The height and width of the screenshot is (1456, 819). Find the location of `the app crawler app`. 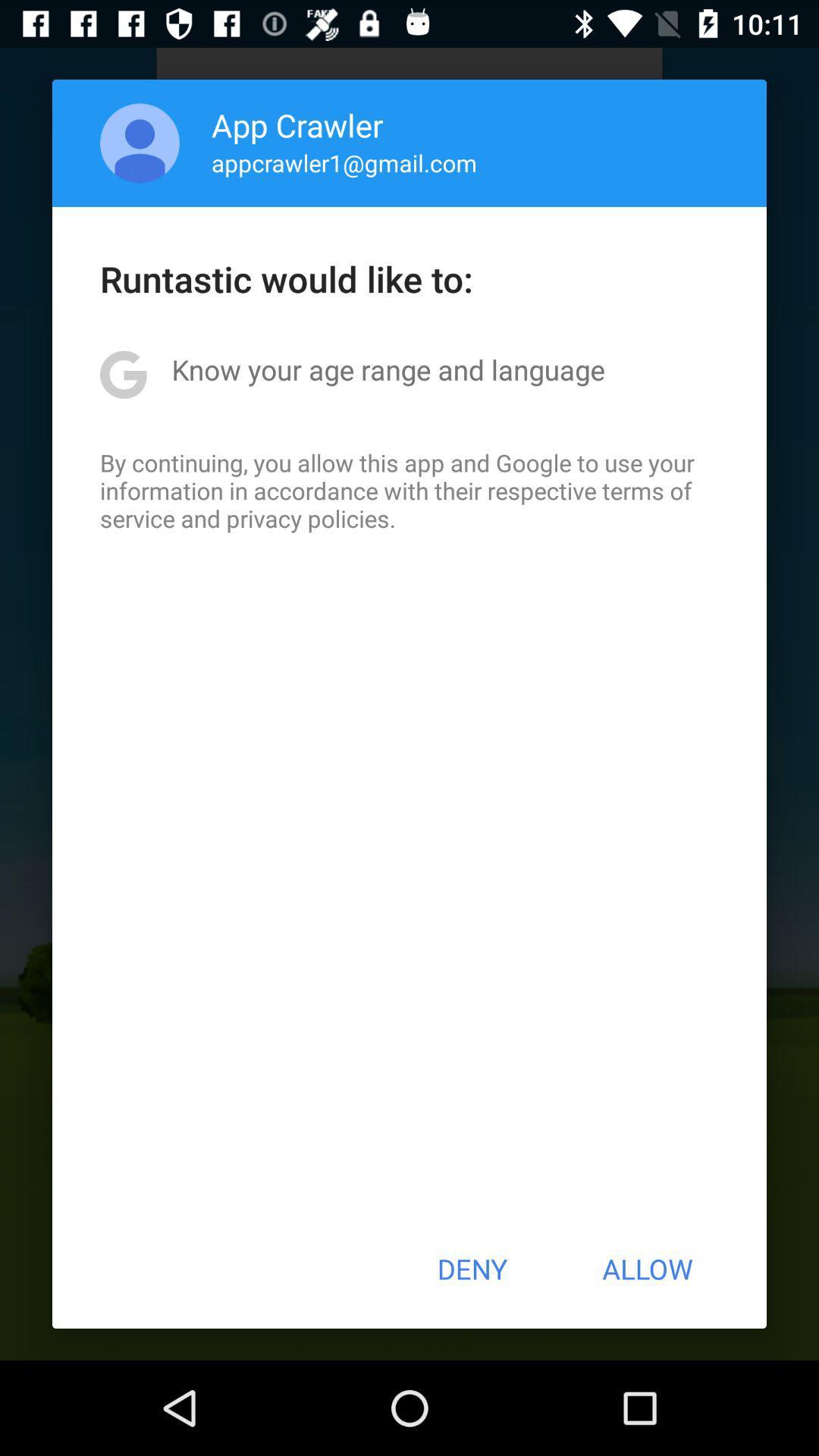

the app crawler app is located at coordinates (297, 124).